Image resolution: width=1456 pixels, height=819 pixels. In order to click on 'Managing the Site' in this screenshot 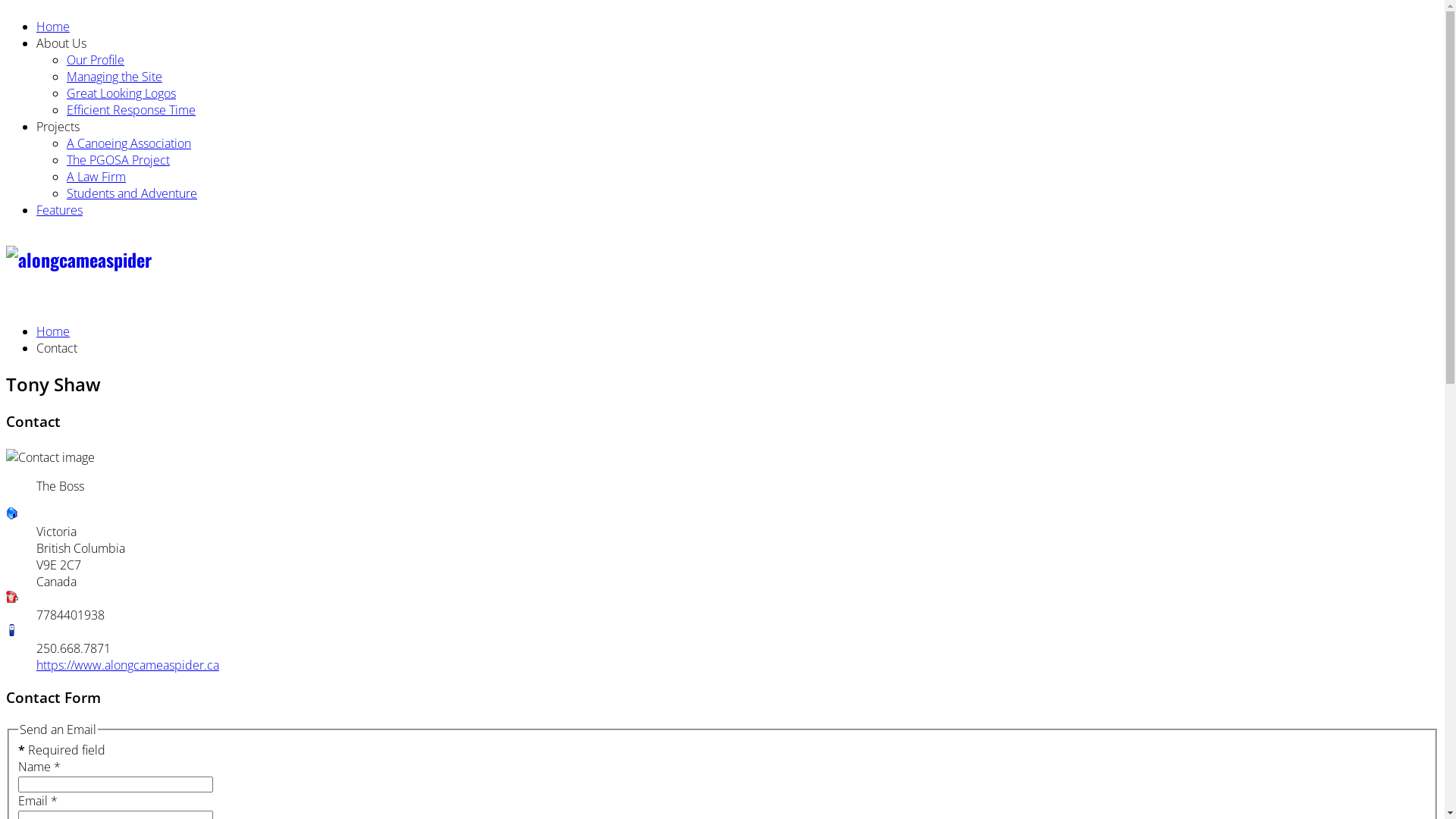, I will do `click(113, 76)`.